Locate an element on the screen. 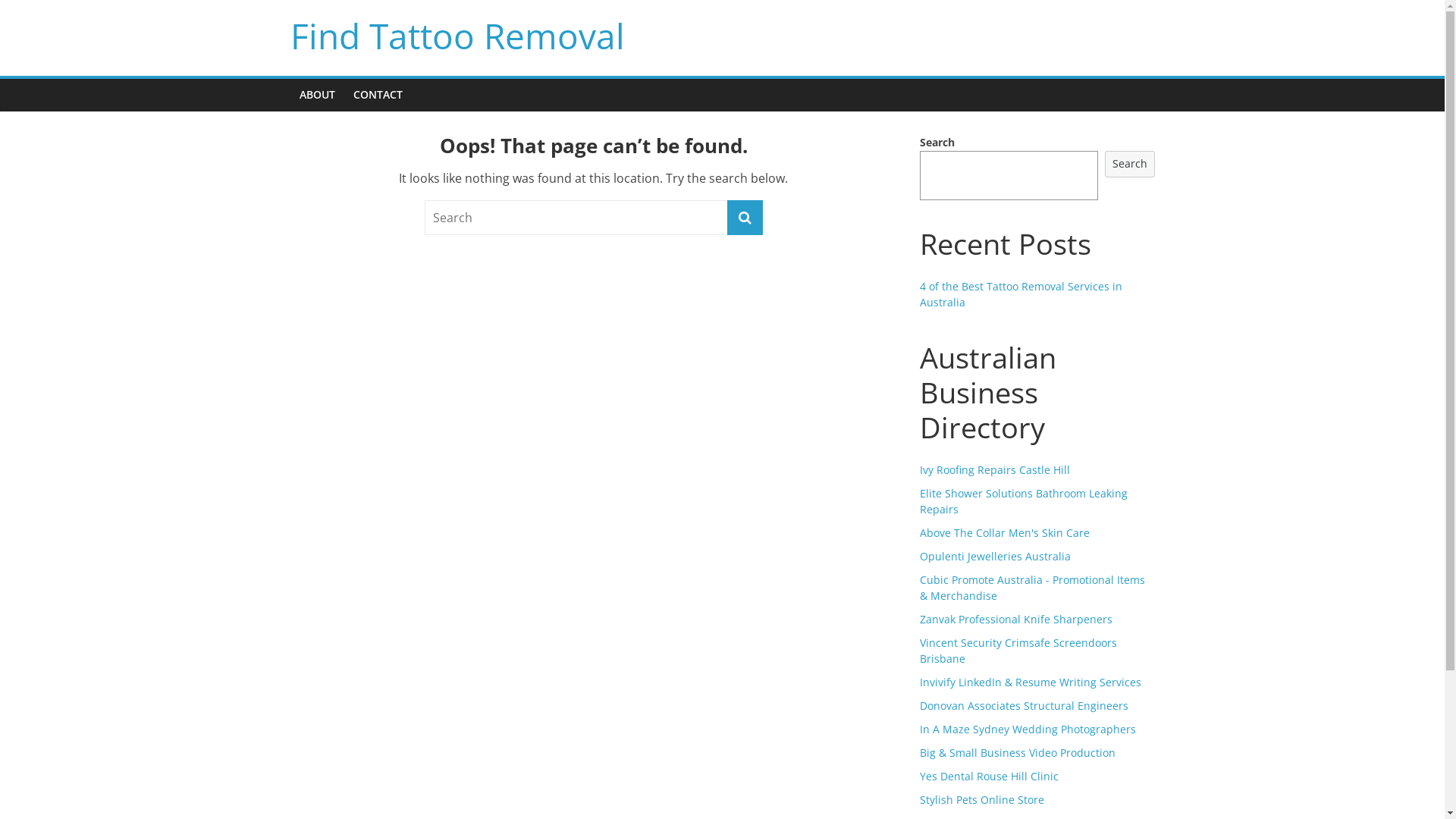 The width and height of the screenshot is (1456, 819). 'Big & Small Business Video Production' is located at coordinates (1016, 752).